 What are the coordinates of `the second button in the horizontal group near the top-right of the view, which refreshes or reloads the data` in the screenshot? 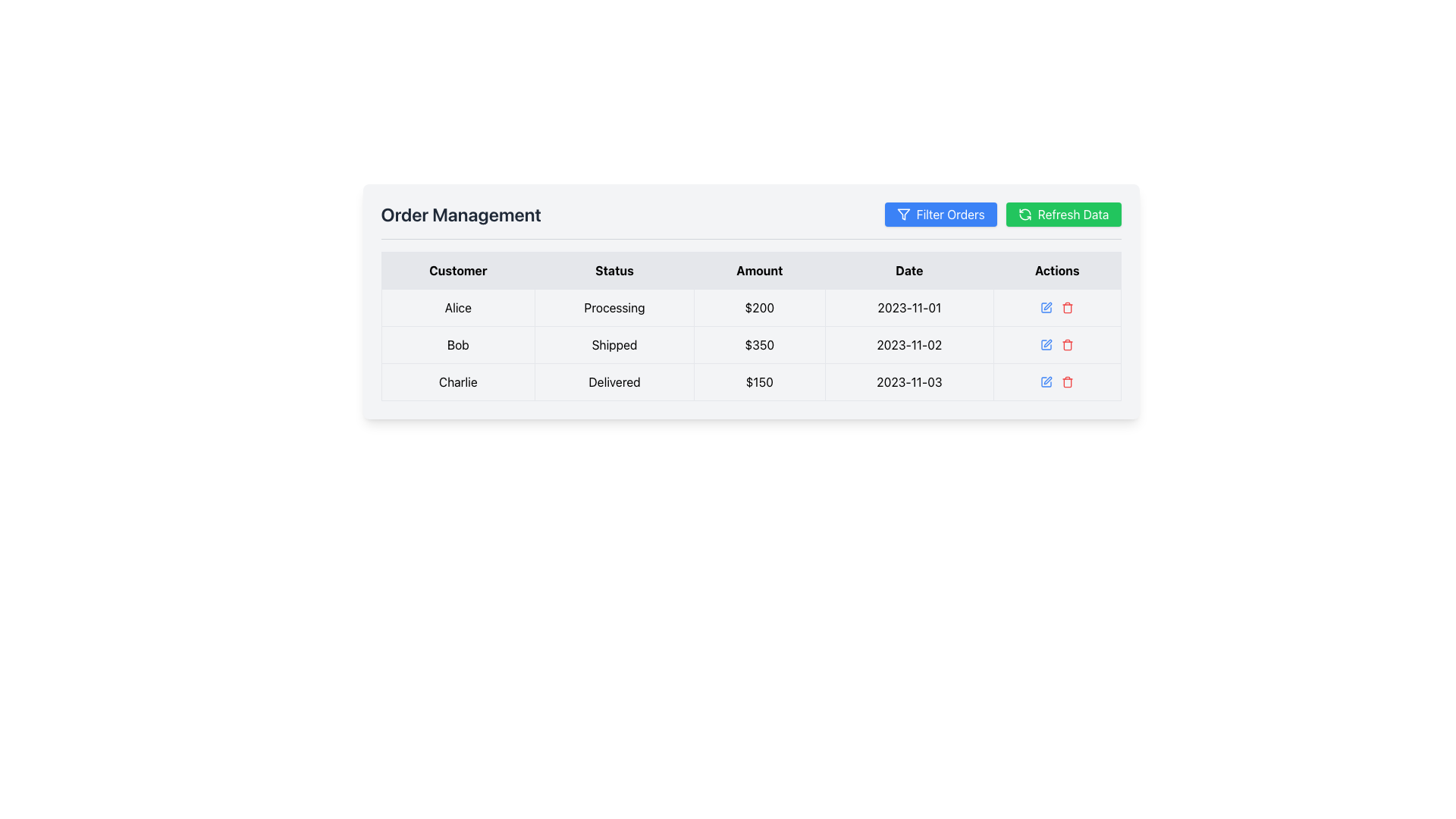 It's located at (1062, 214).